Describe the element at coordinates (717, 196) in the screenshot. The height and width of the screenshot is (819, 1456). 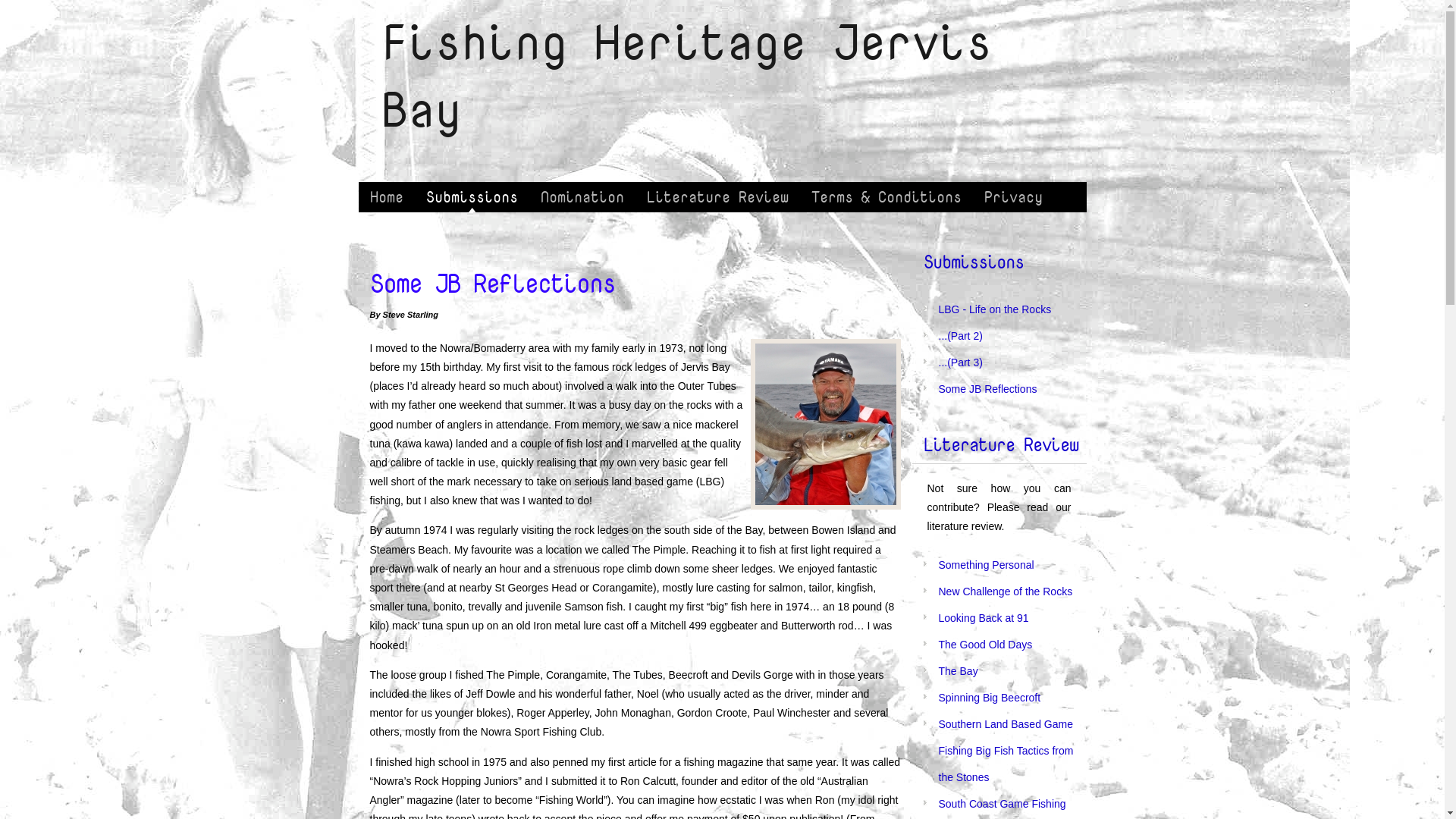
I see `'Literature Review'` at that location.